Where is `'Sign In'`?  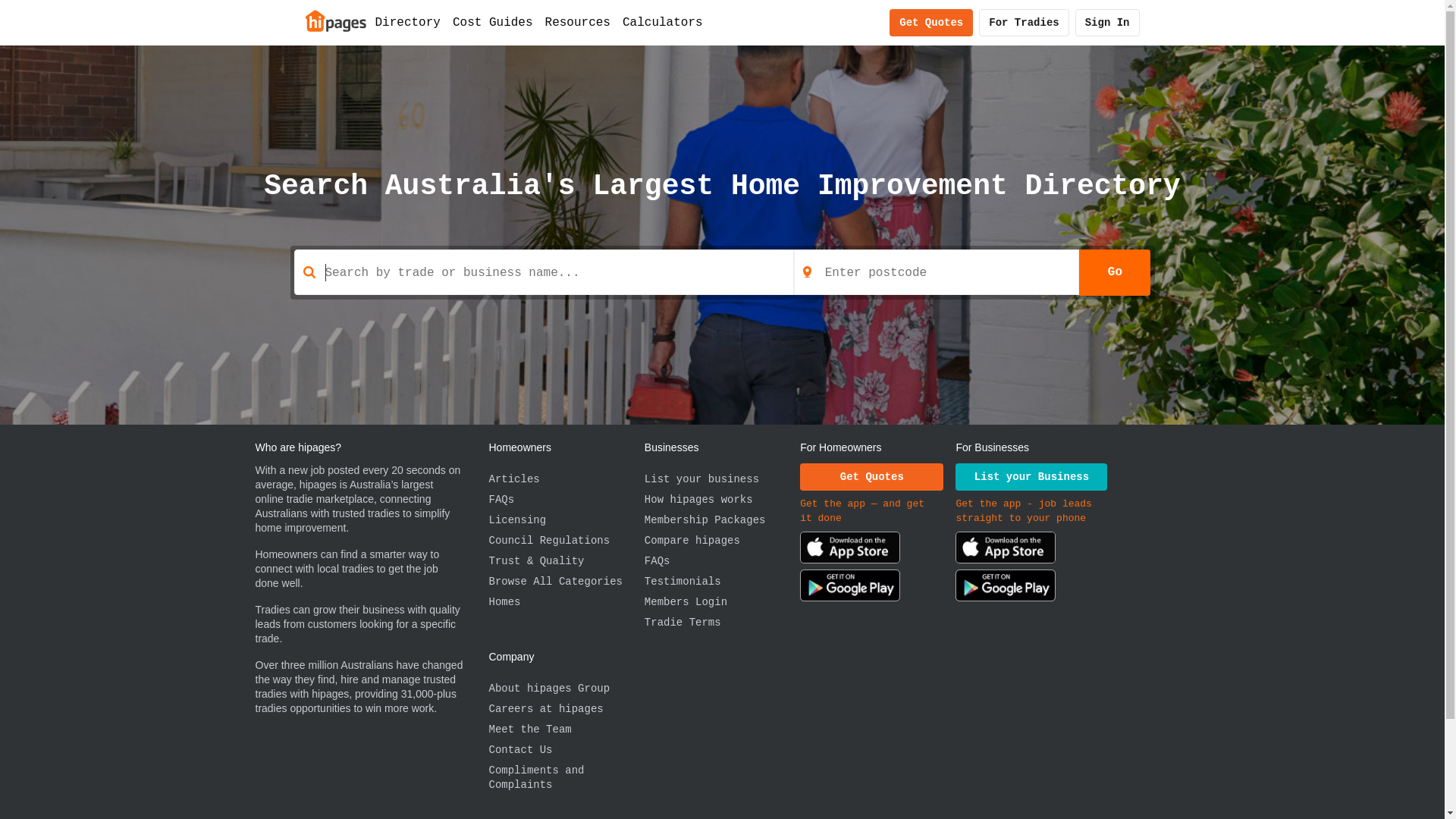 'Sign In' is located at coordinates (1107, 23).